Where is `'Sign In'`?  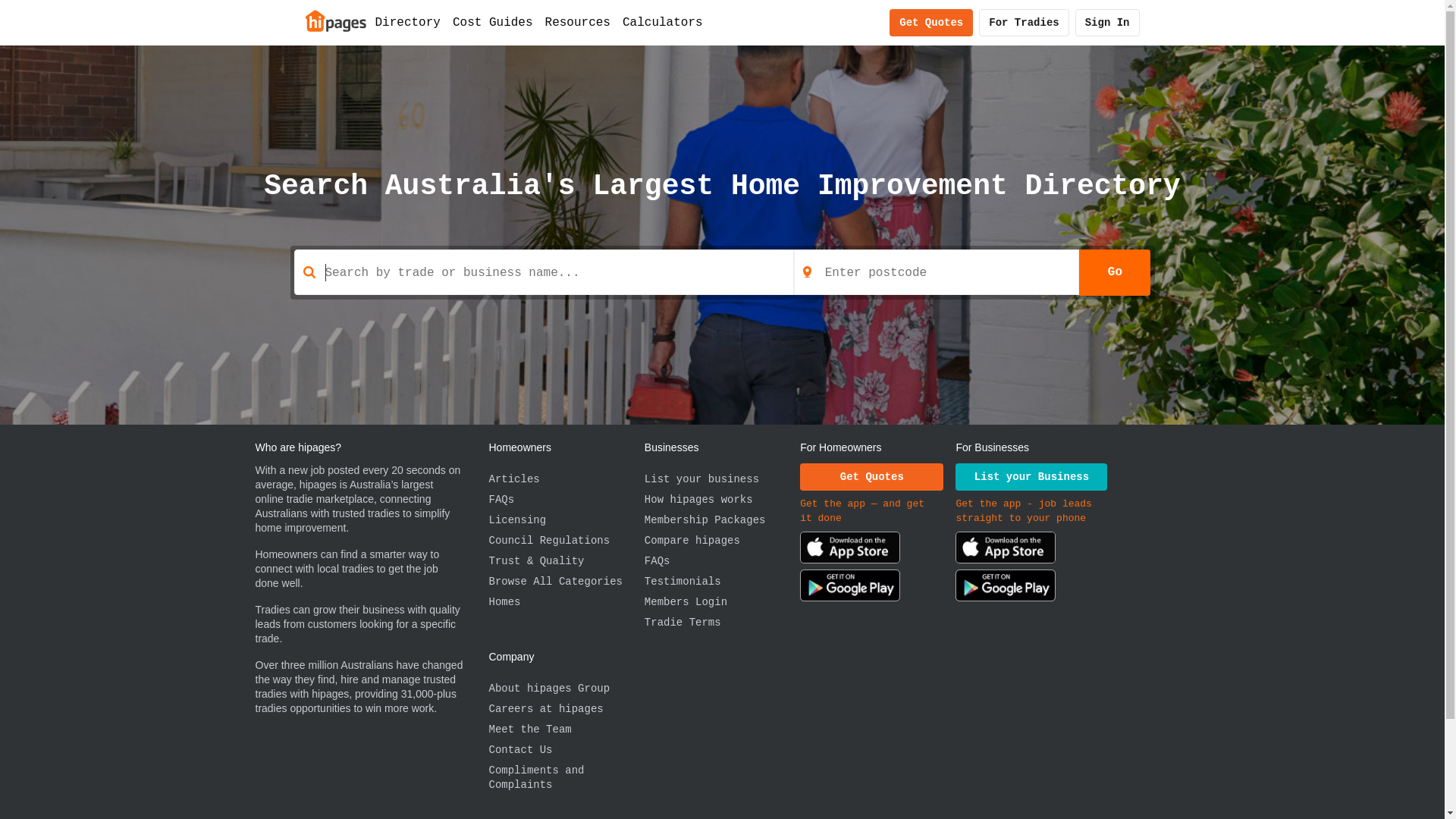 'Sign In' is located at coordinates (1107, 23).